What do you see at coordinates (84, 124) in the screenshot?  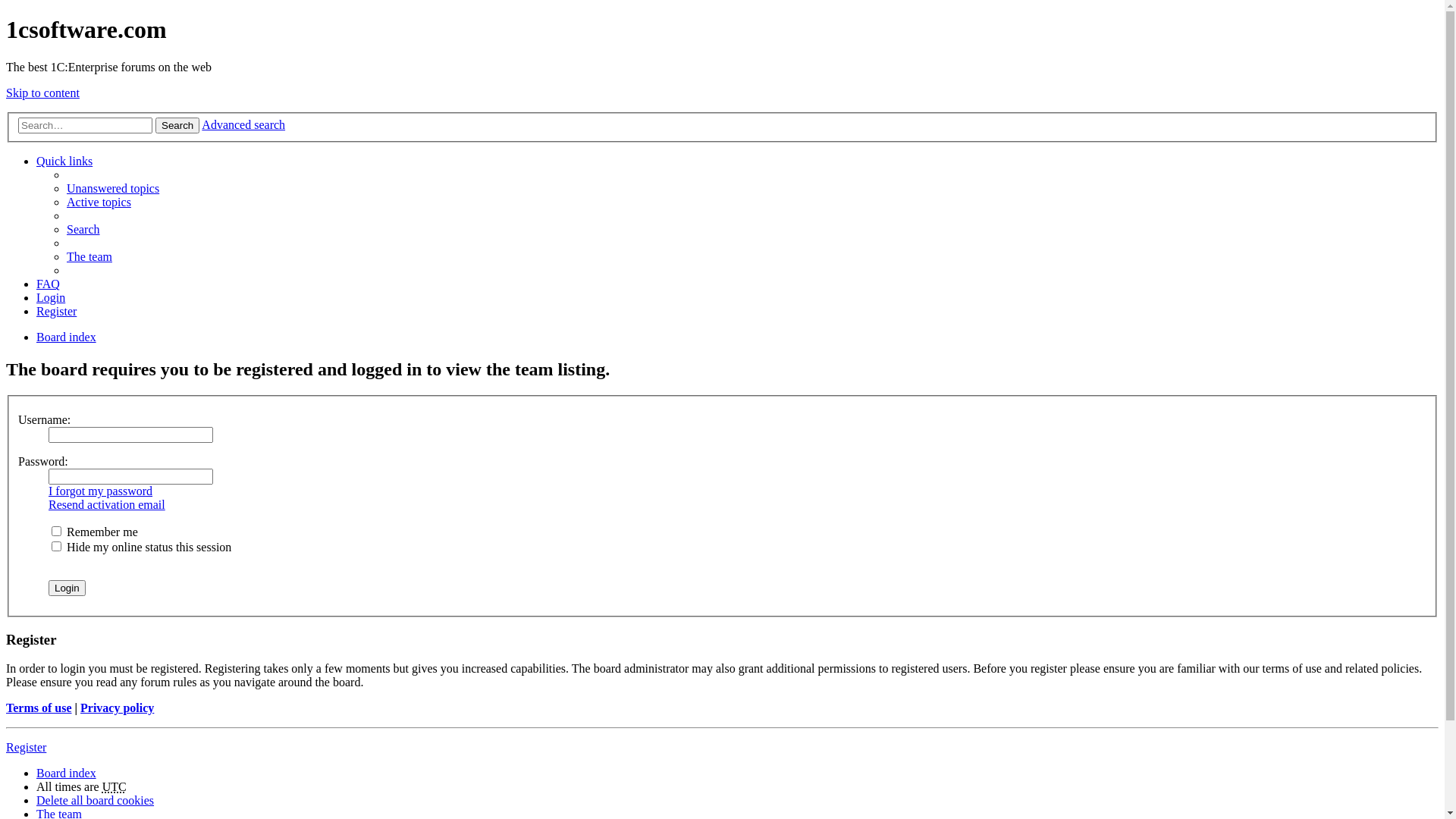 I see `'Search for keywords'` at bounding box center [84, 124].